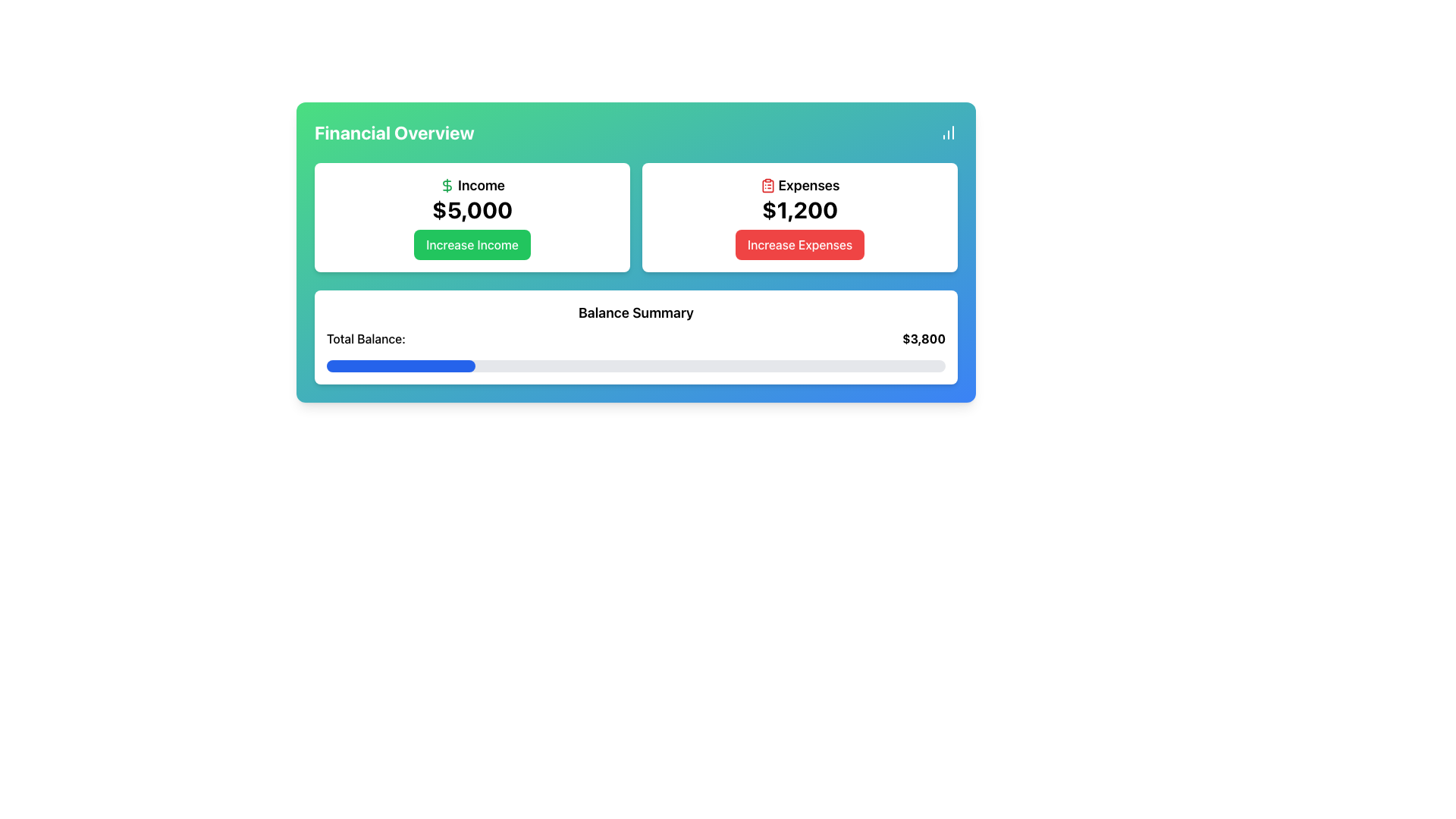  What do you see at coordinates (923, 338) in the screenshot?
I see `the Text Display that shows the monetary value labeled 'Total Balance:' located at the end of the row and aligned to the right margin` at bounding box center [923, 338].